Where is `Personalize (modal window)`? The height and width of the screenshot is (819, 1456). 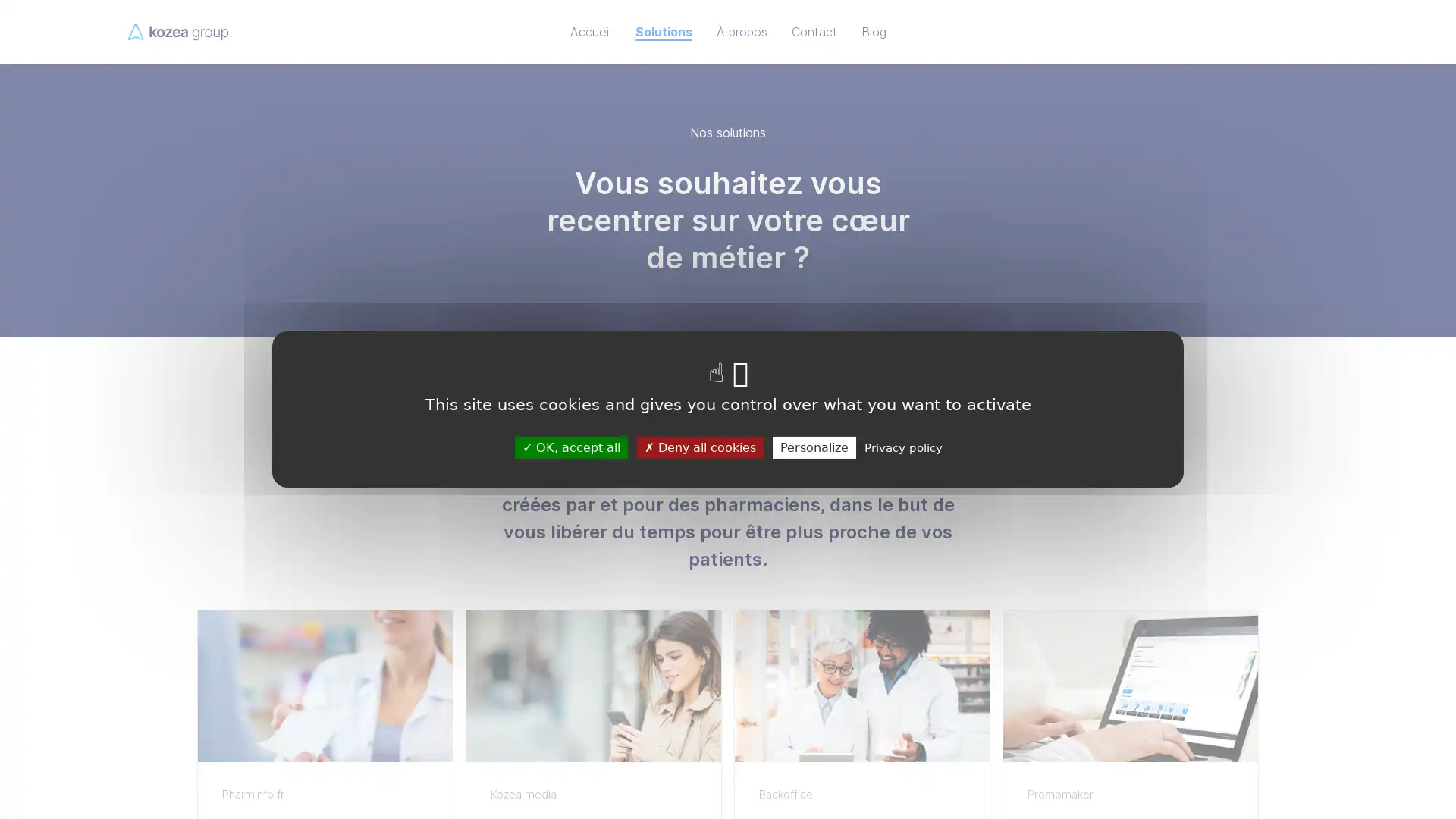
Personalize (modal window) is located at coordinates (813, 447).